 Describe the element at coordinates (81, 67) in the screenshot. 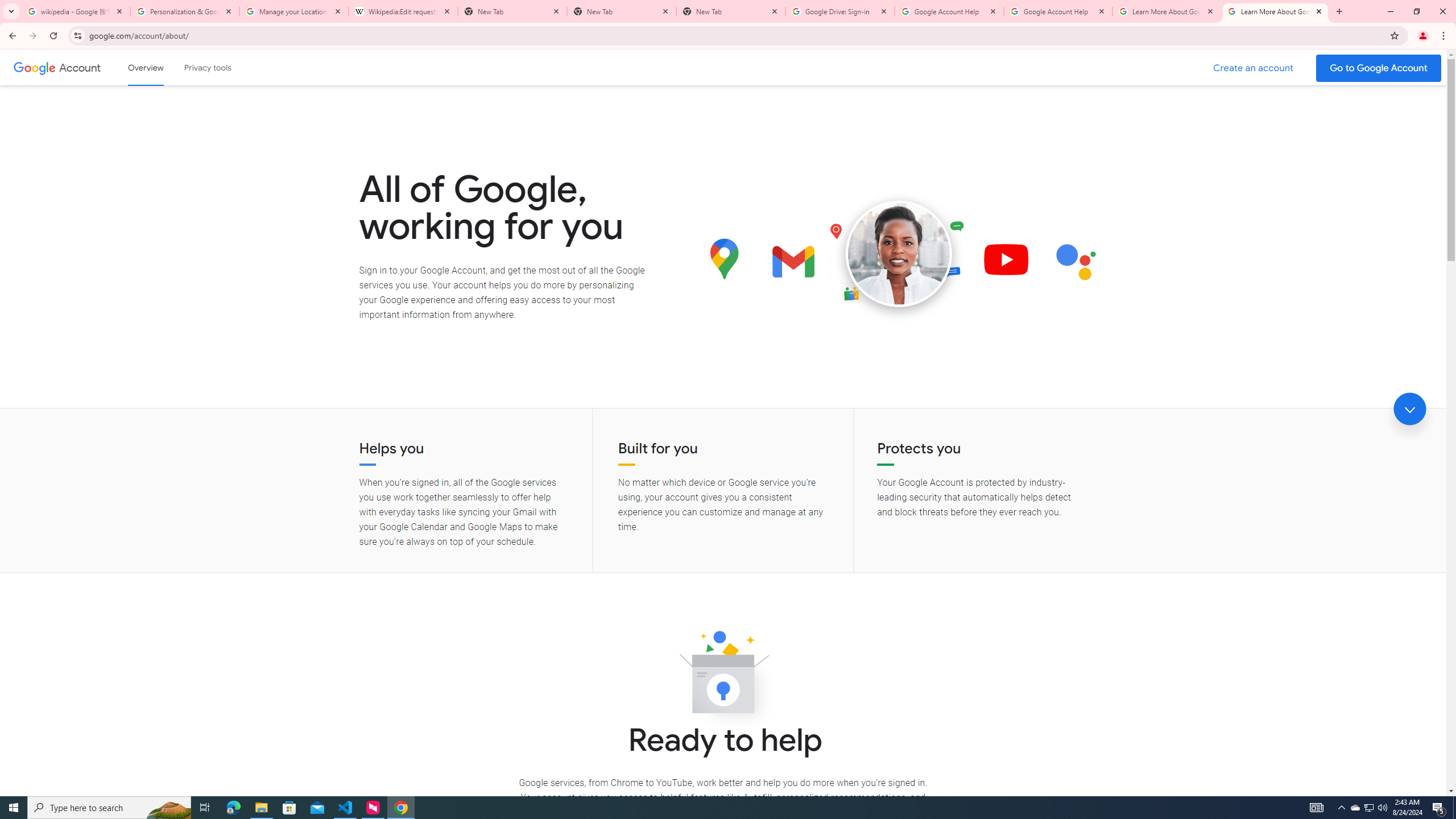

I see `'Google Account'` at that location.